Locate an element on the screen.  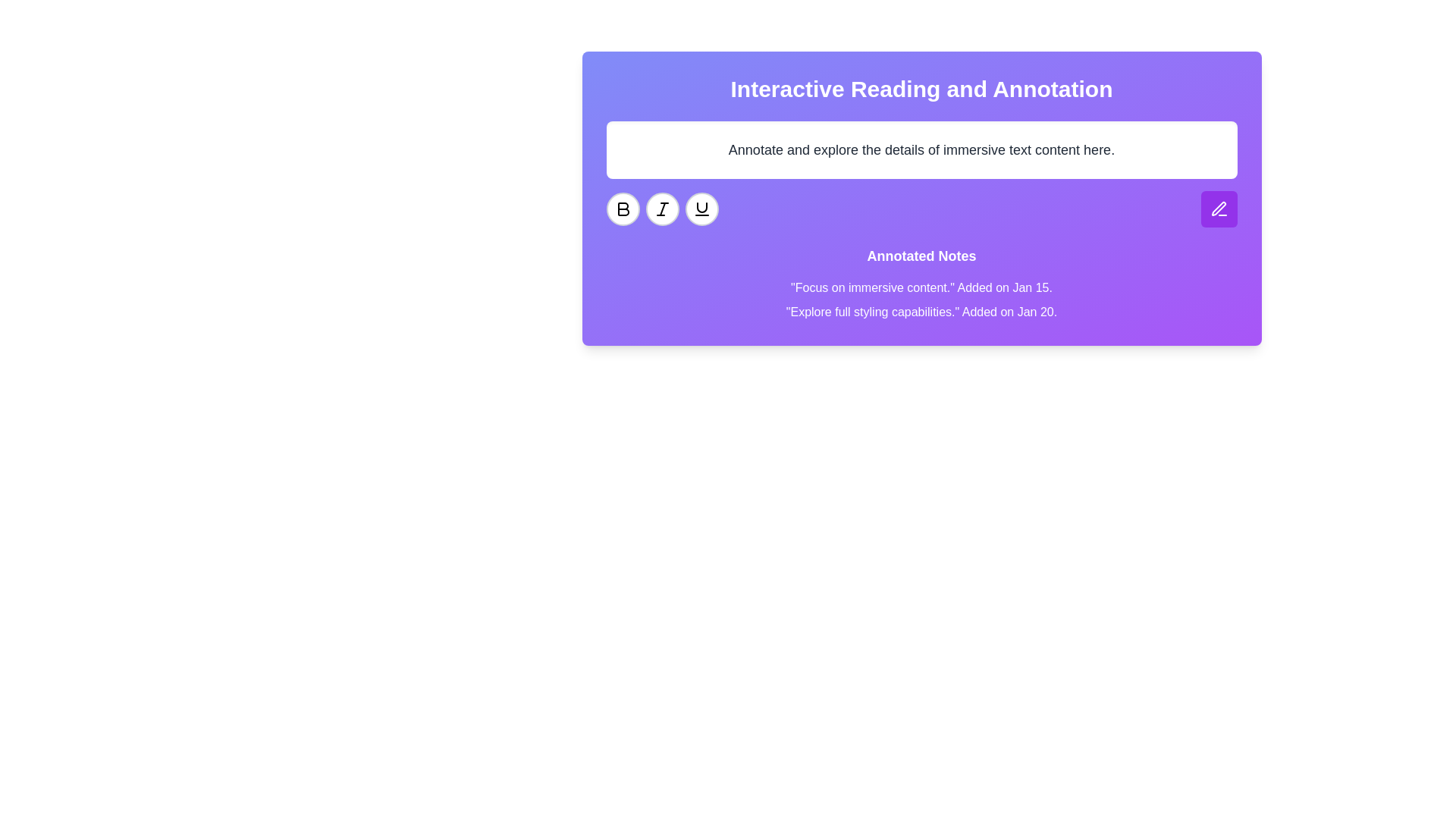
the farthest right button in the horizontal row, positioned next to the italicized 'I' is located at coordinates (701, 209).